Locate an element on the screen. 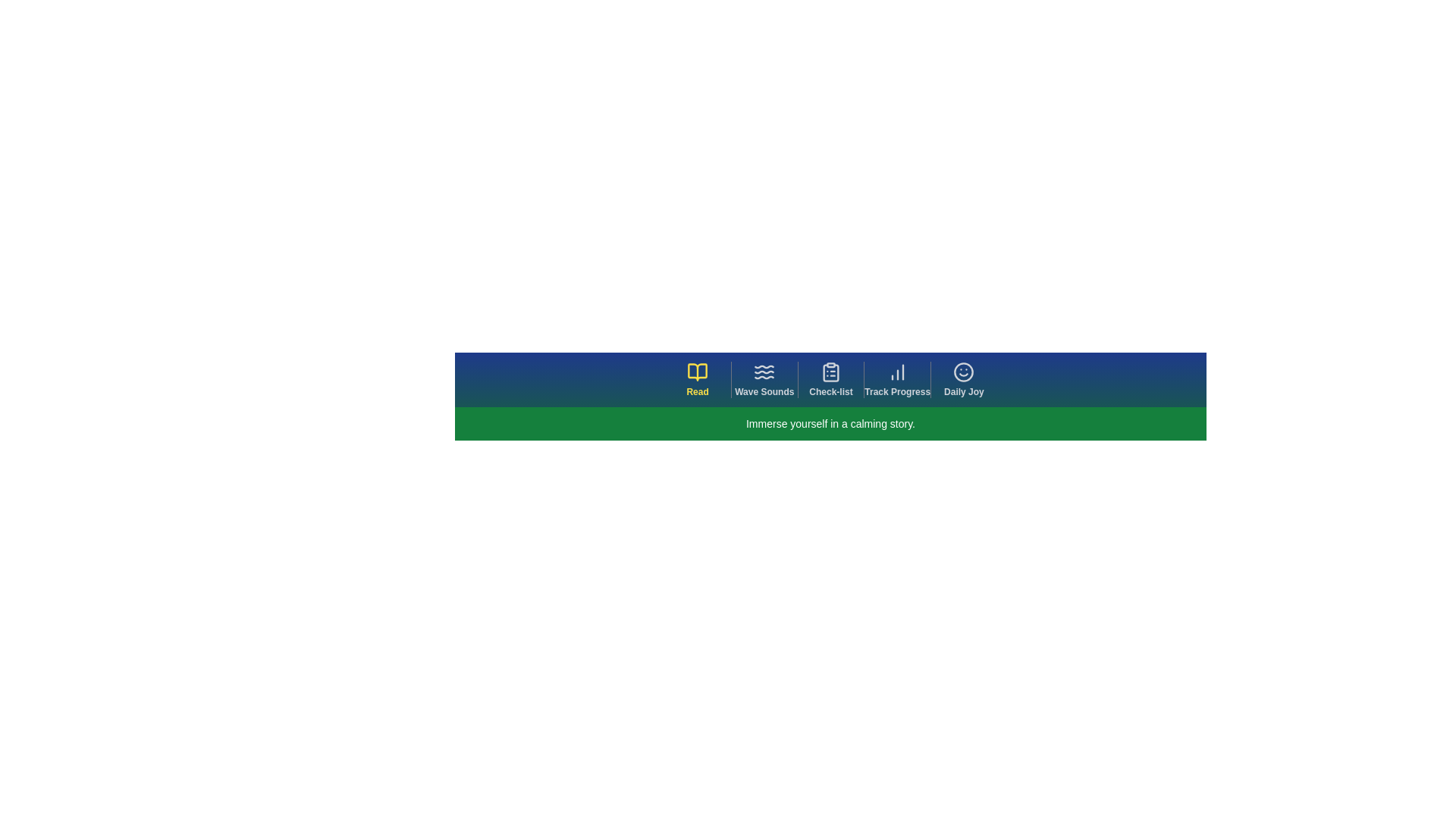 The height and width of the screenshot is (819, 1456). the navigation tab labeled Daily Joy is located at coordinates (962, 379).